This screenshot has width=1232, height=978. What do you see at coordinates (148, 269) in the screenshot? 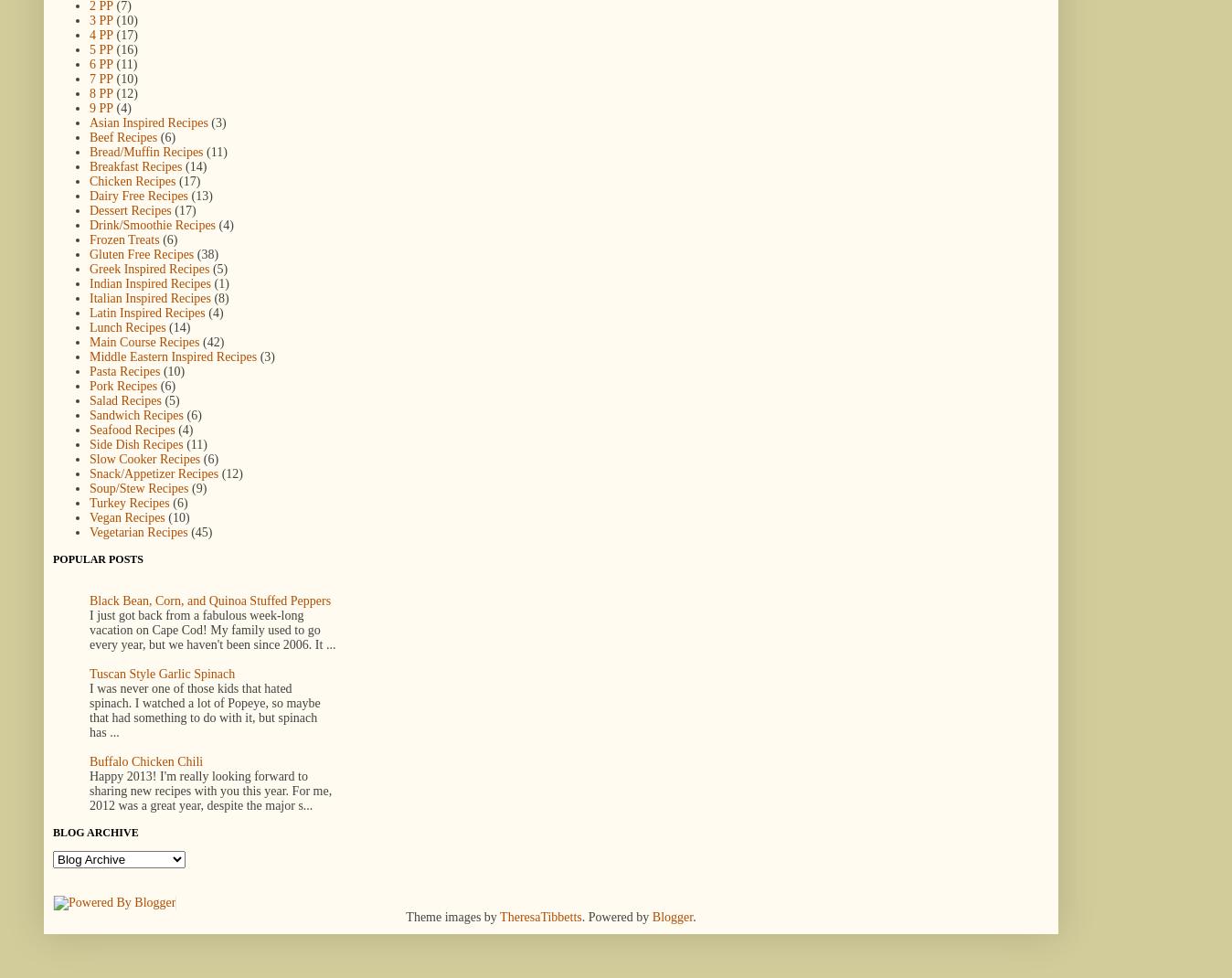
I see `'Greek Inspired Recipes'` at bounding box center [148, 269].